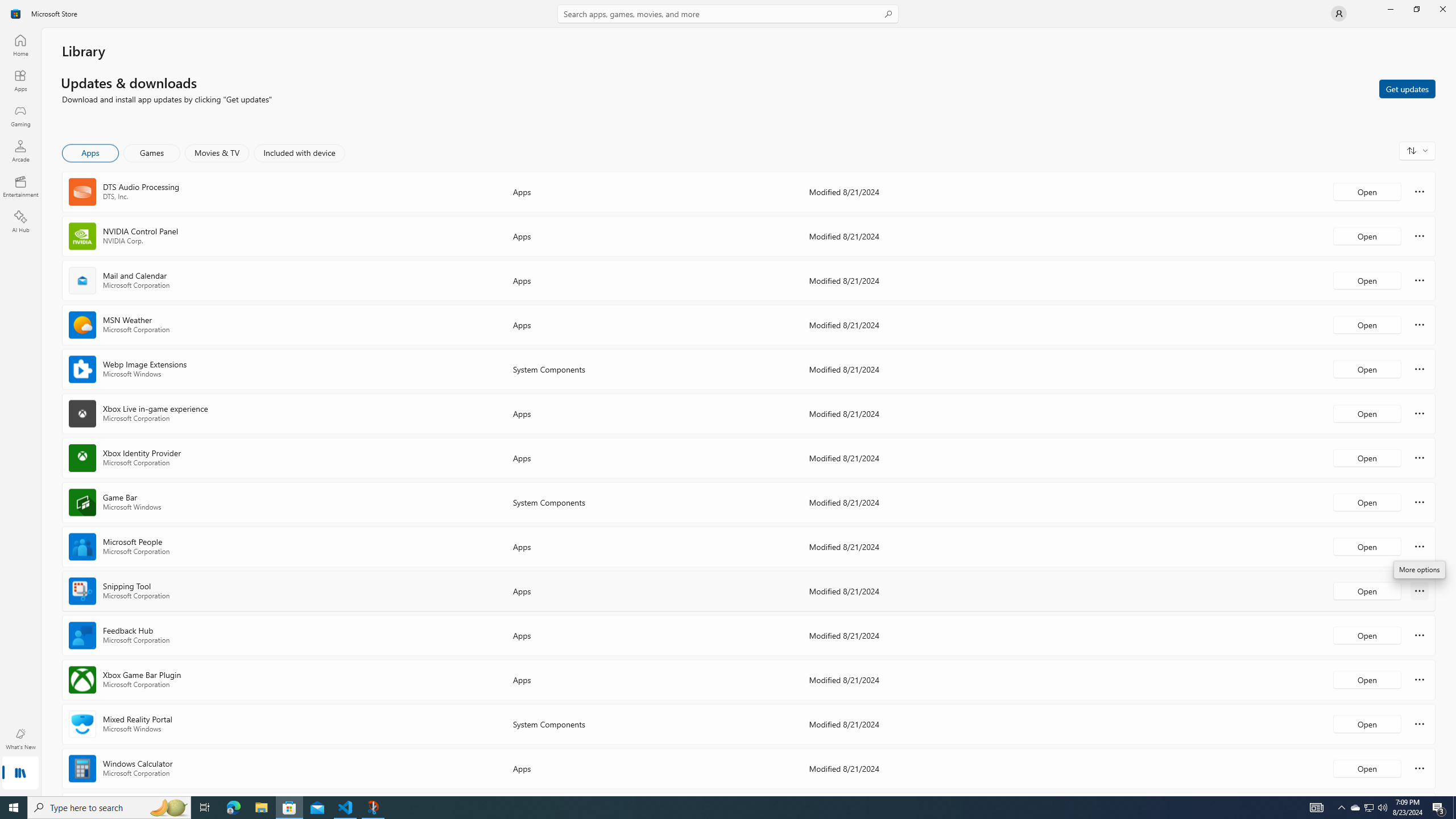 The image size is (1456, 819). Describe the element at coordinates (19, 738) in the screenshot. I see `'What'` at that location.